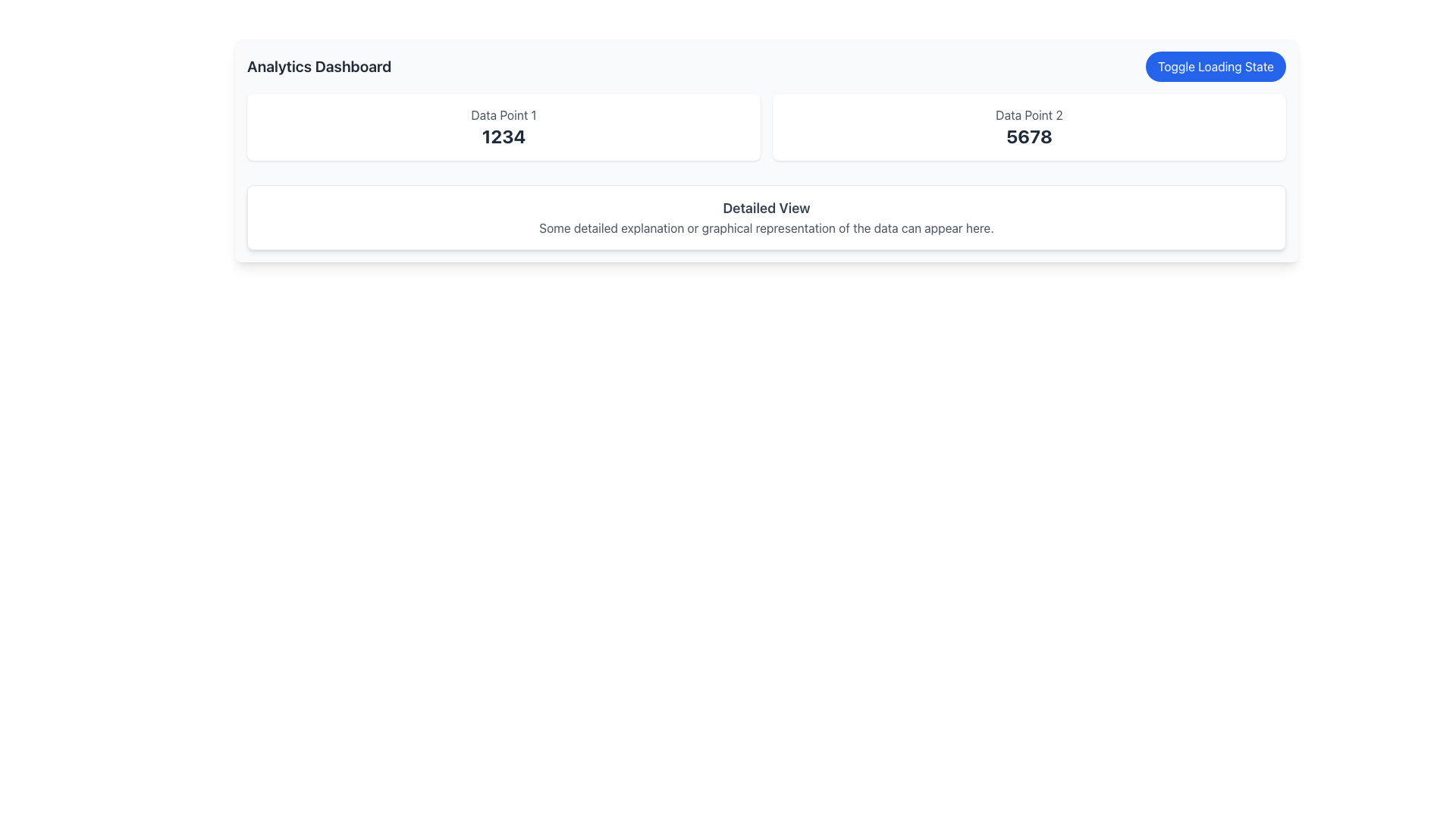 Image resolution: width=1456 pixels, height=819 pixels. I want to click on the loading state toggle button located in the top-right corner of the interface, next to the 'Analytics Dashboard' title to observe its hover effect, so click(1216, 66).